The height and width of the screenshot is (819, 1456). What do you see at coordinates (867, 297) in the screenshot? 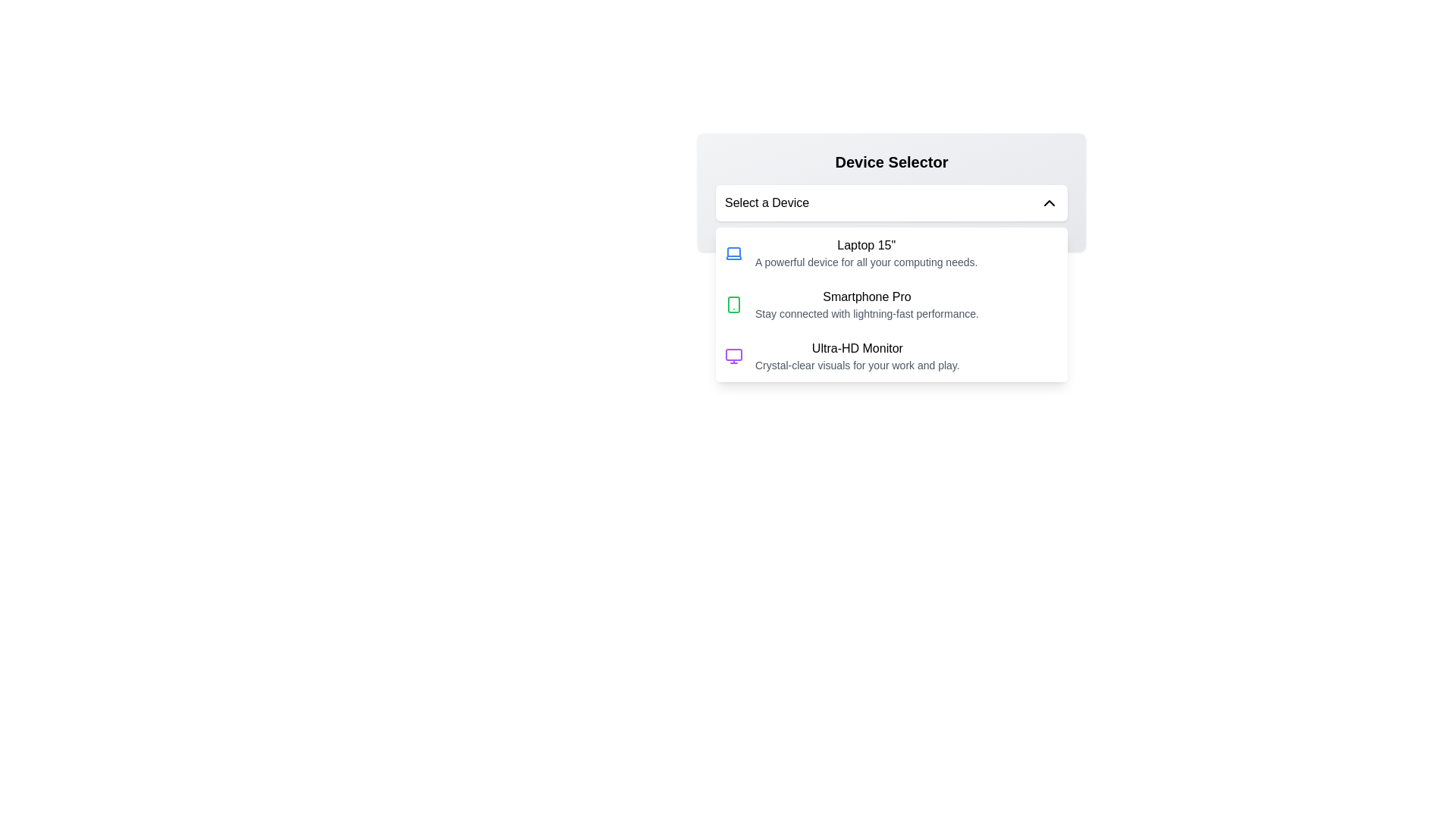
I see `text label indicating 'Smartphone Pro' which is the second item in the dropdown list under 'Device Selector'` at bounding box center [867, 297].